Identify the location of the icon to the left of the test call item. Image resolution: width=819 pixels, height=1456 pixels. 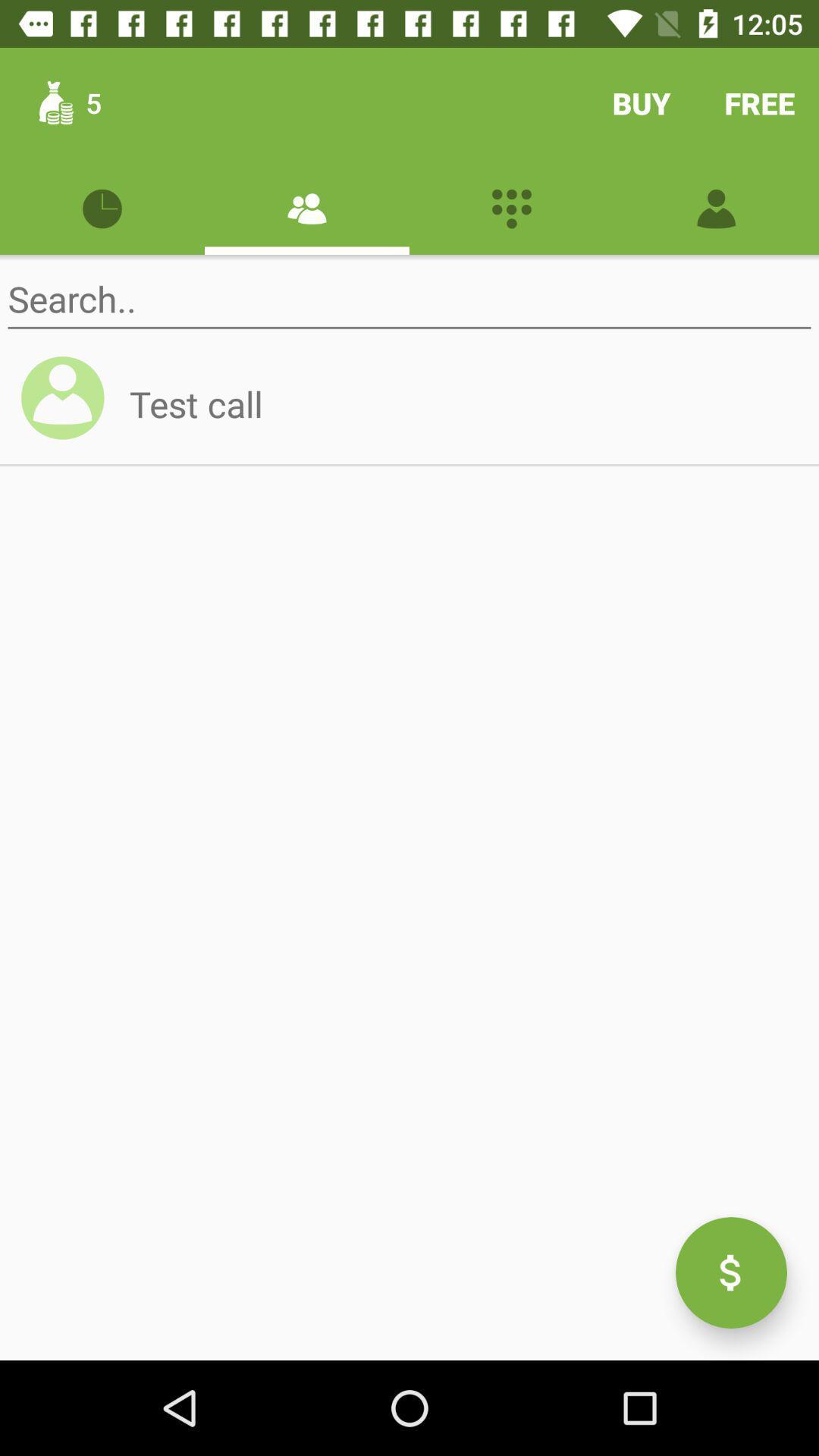
(69, 404).